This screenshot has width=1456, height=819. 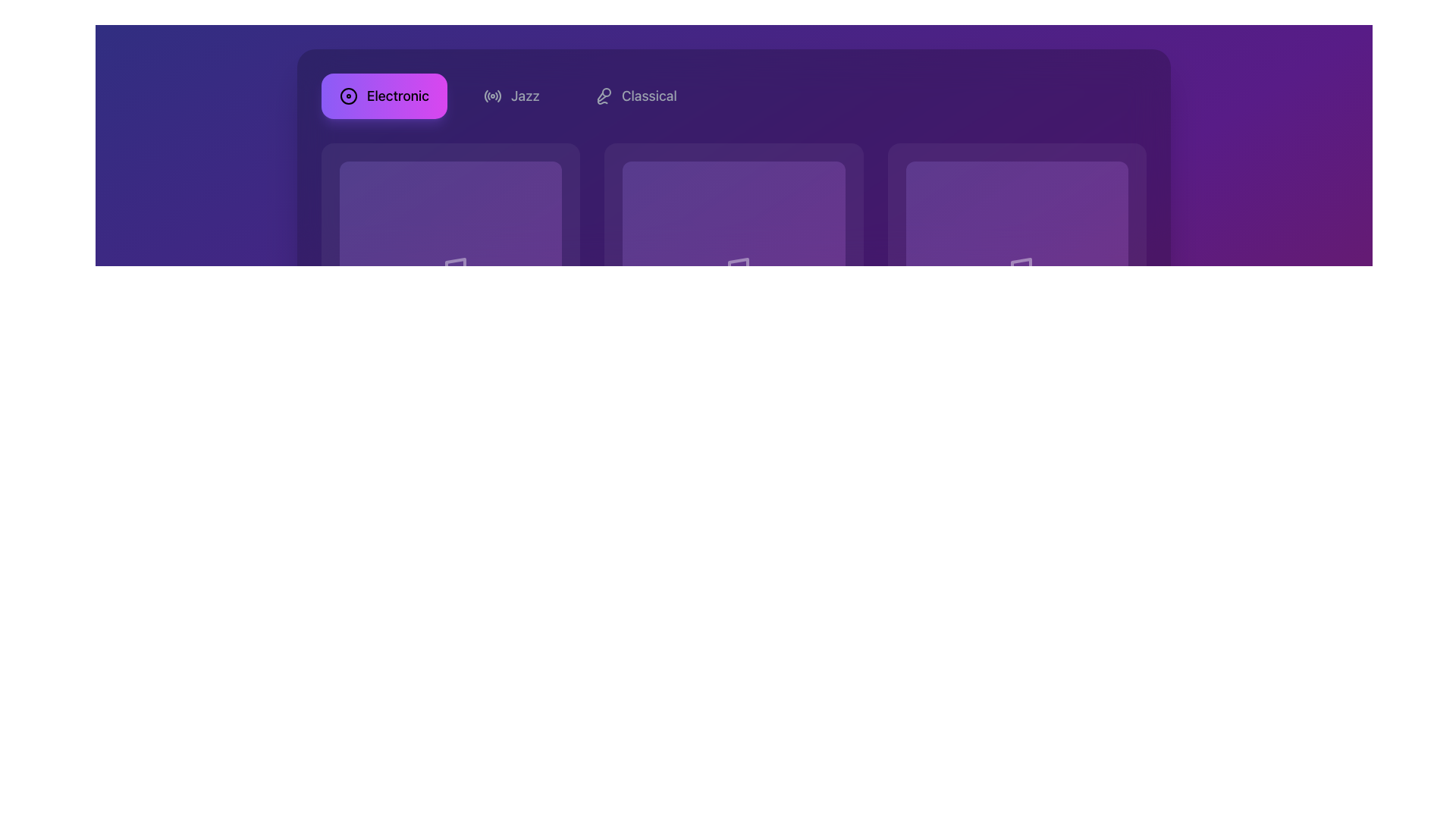 What do you see at coordinates (511, 96) in the screenshot?
I see `the 'Jazz' button, which is the second button in a series of three, styled with a rounded background and a radio wave icon on its left` at bounding box center [511, 96].